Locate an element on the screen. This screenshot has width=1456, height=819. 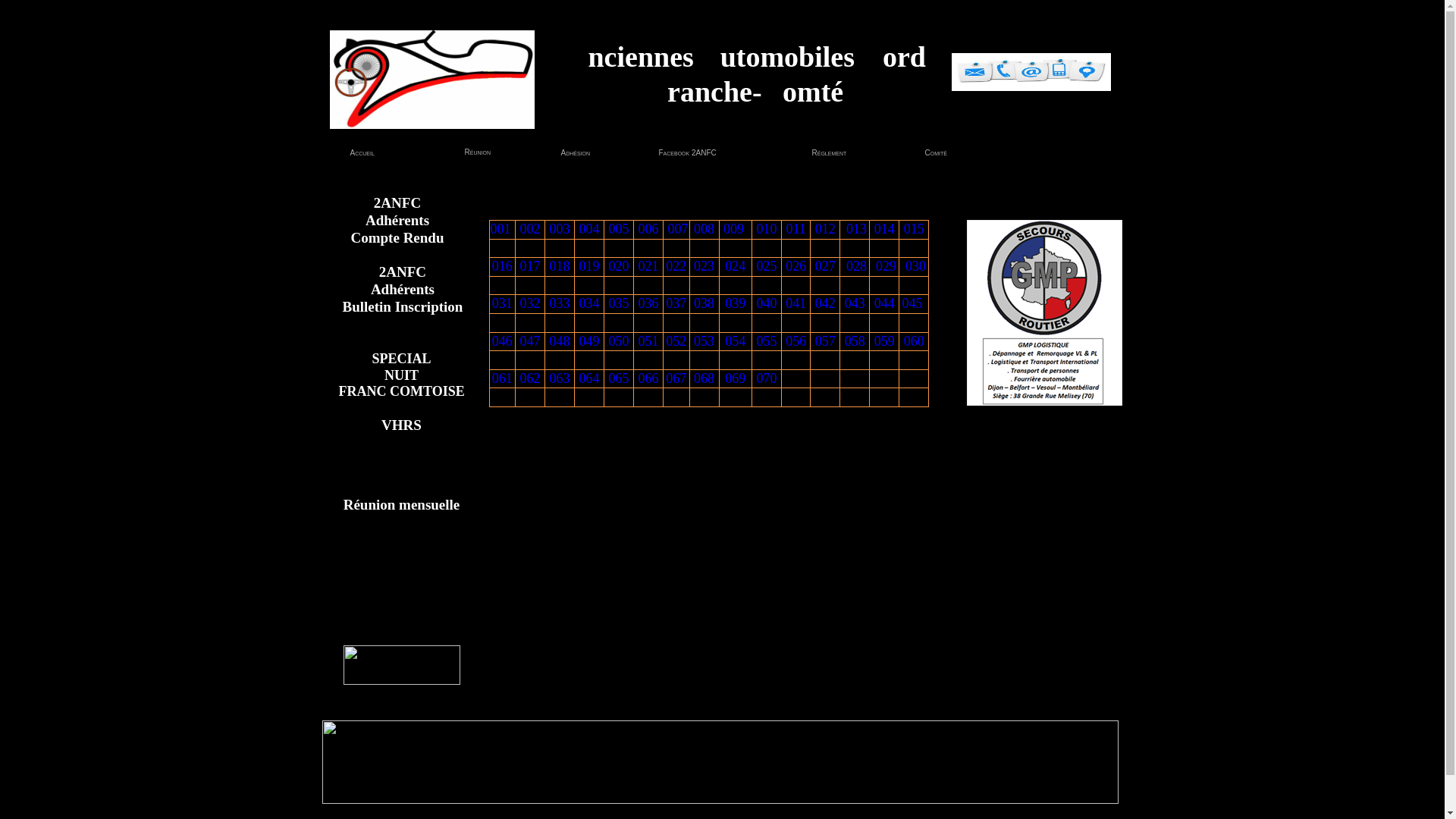
'039' is located at coordinates (735, 303).